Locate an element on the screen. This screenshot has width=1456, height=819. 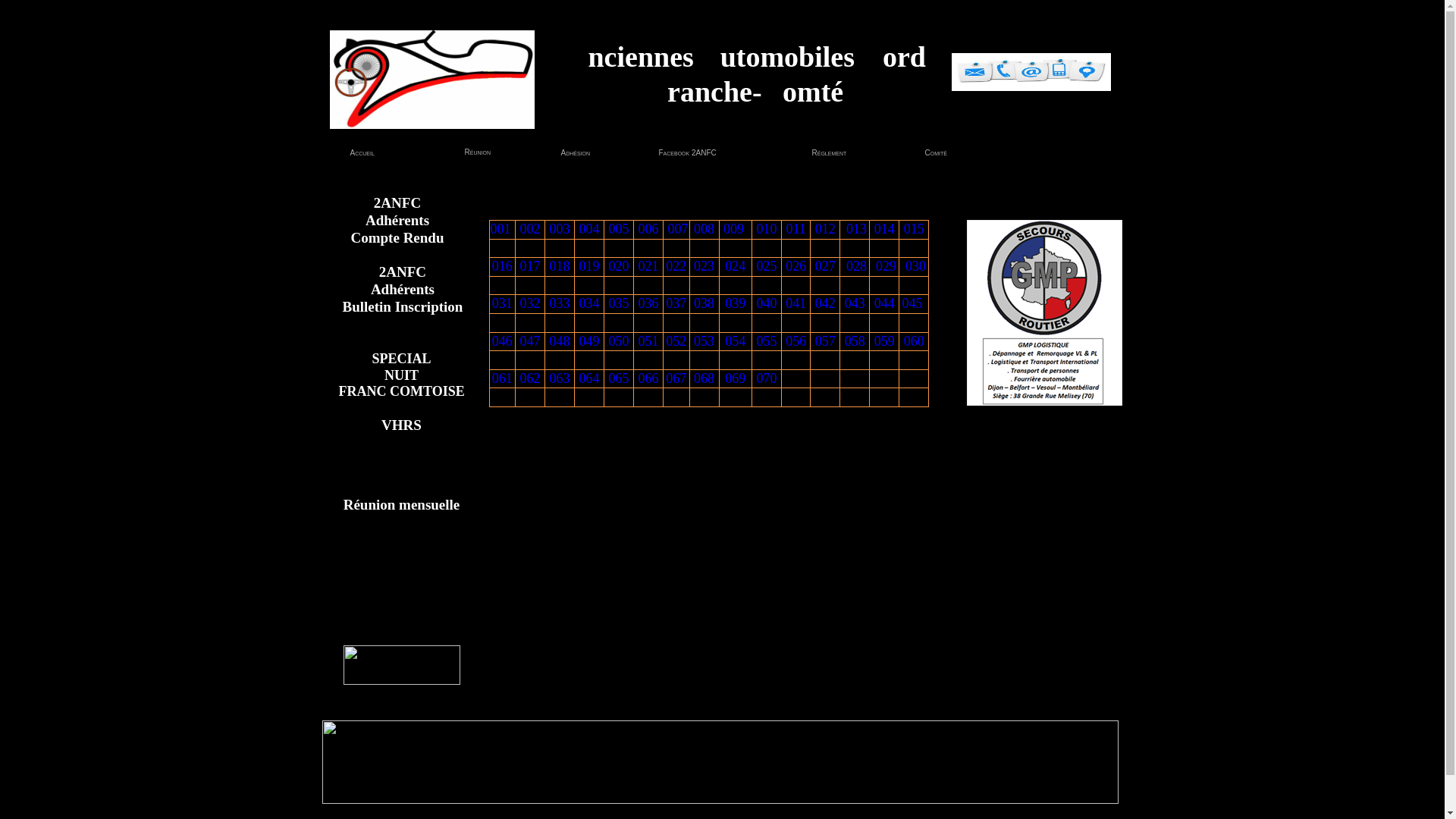
'039' is located at coordinates (735, 303).